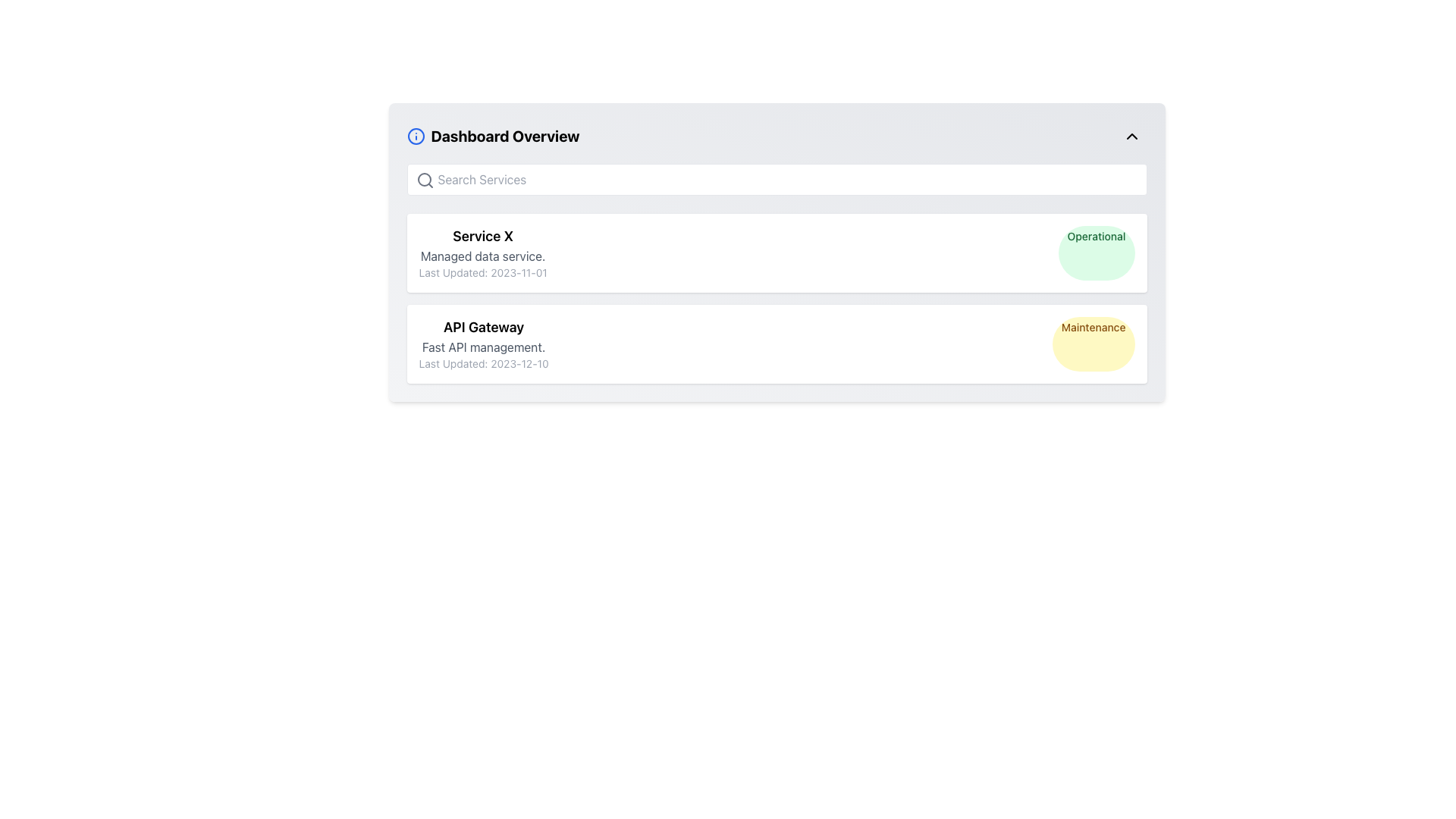 The width and height of the screenshot is (1456, 819). What do you see at coordinates (1131, 136) in the screenshot?
I see `the rectangular button with a minimalist upward arrow icon located in the top-right corner of the 'Dashboard Overview' section` at bounding box center [1131, 136].